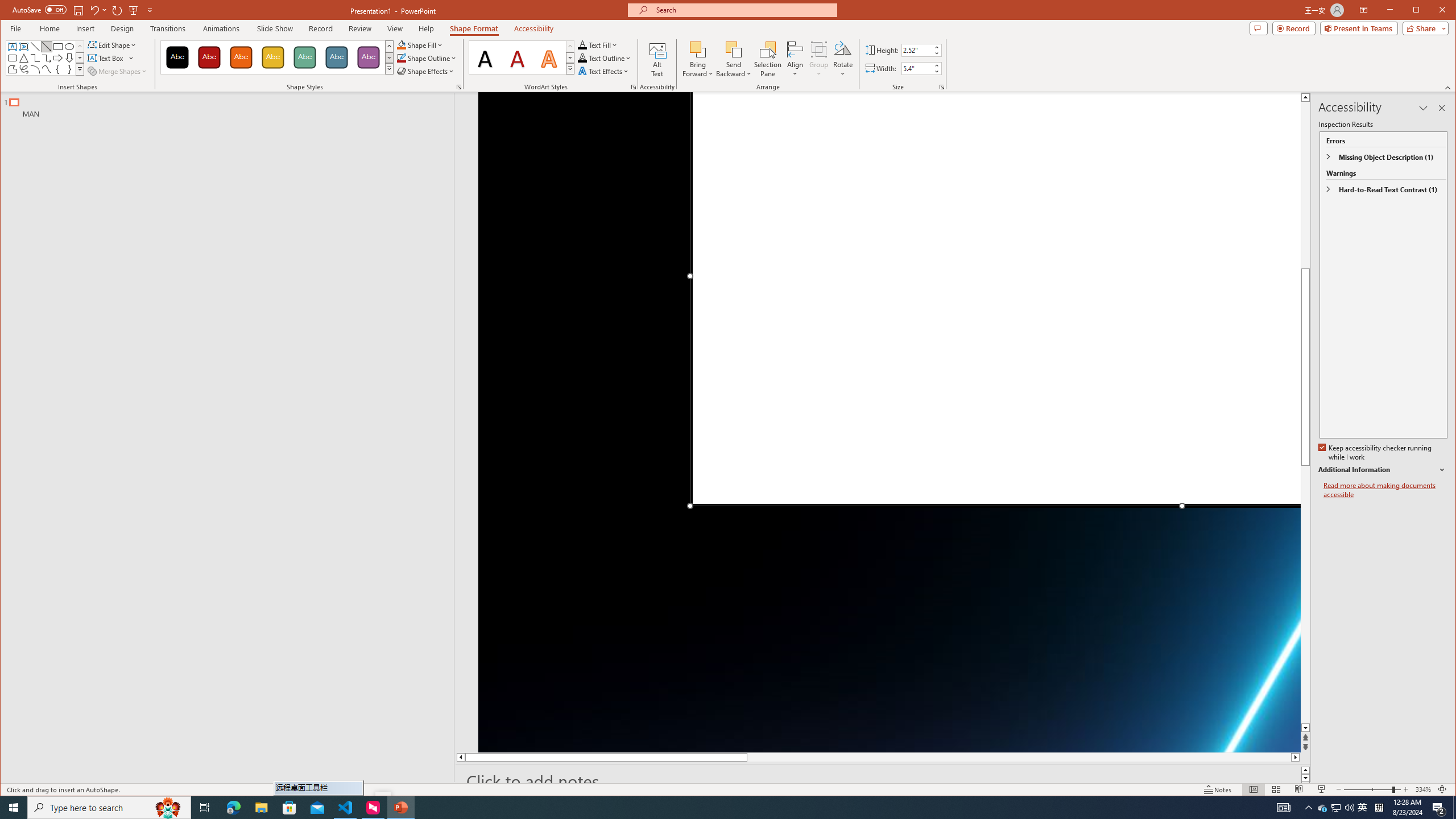 This screenshot has width=1456, height=819. Describe the element at coordinates (425, 71) in the screenshot. I see `'Shape Effects'` at that location.